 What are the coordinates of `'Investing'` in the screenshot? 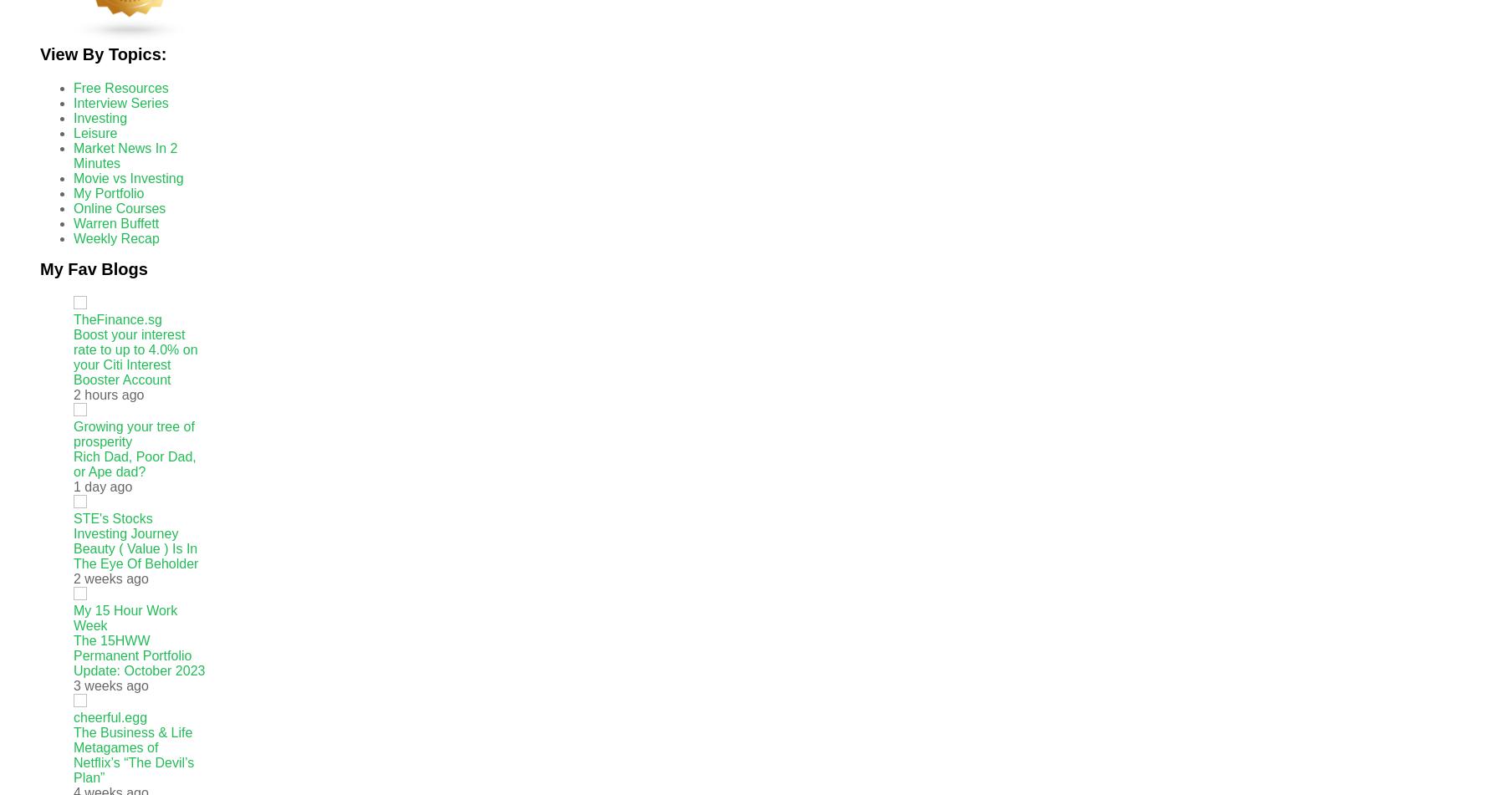 It's located at (100, 118).